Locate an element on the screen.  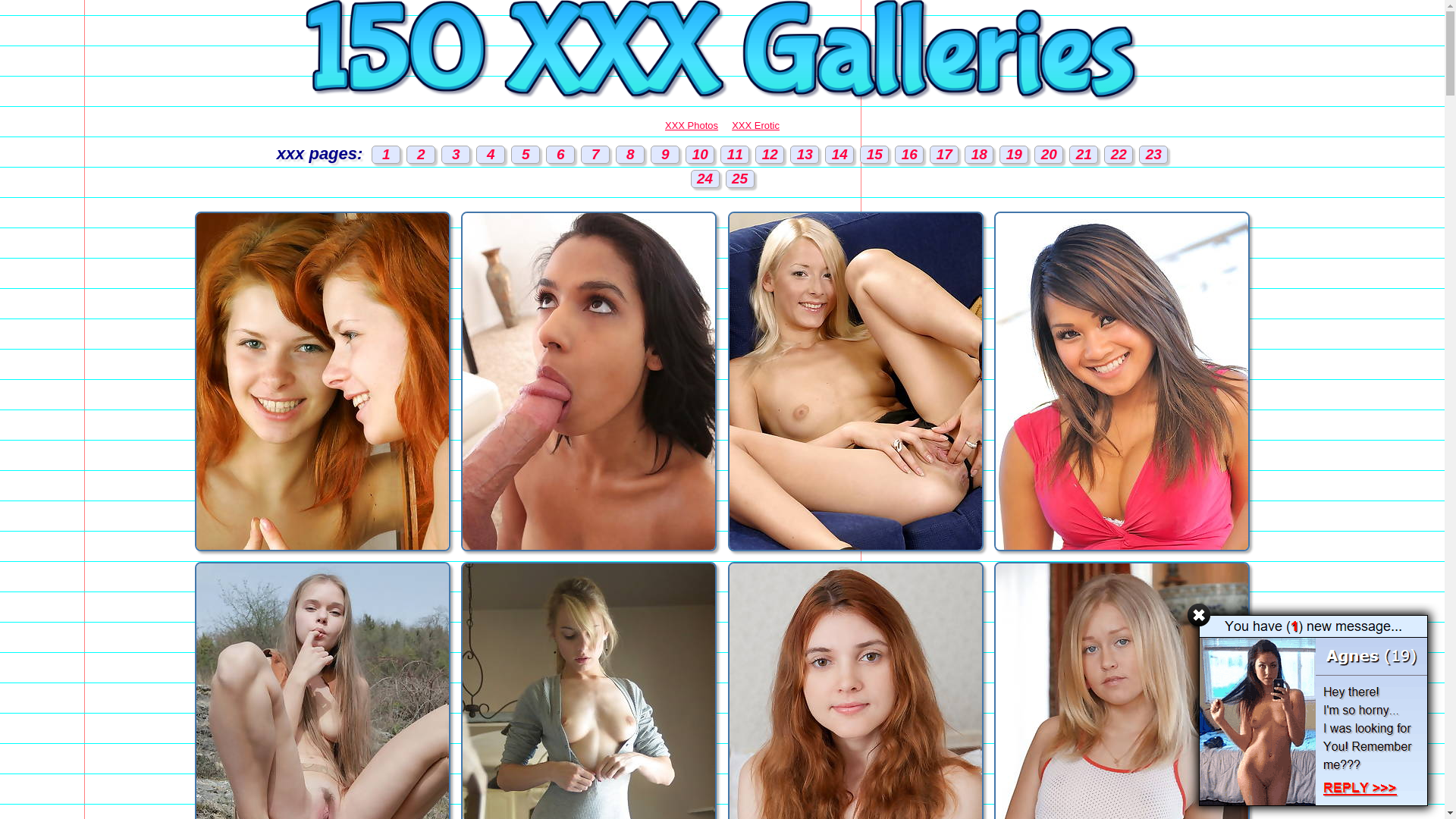
'19' is located at coordinates (1014, 155).